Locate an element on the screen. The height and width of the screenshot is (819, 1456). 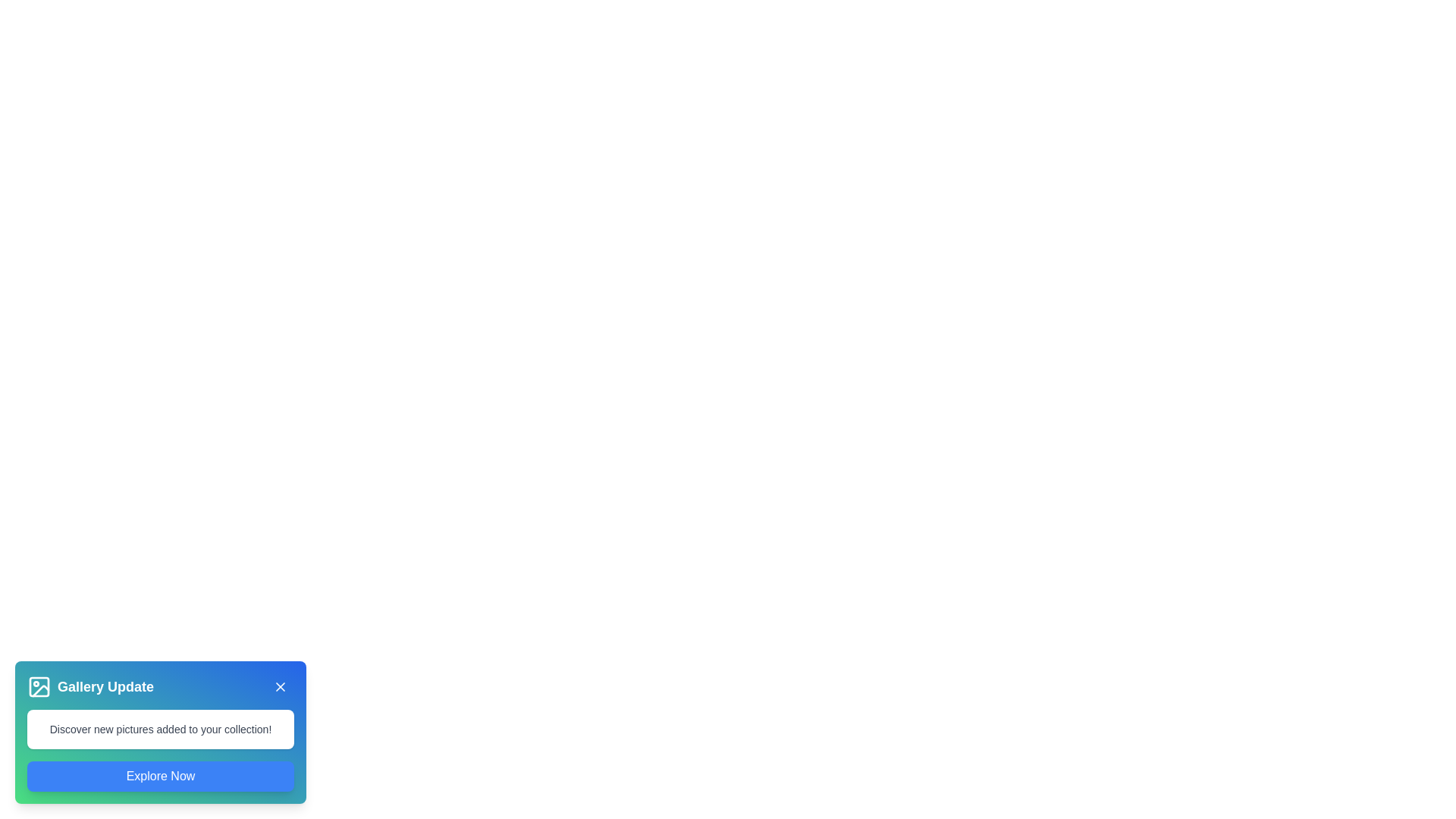
the snackbar component for keyboard navigation is located at coordinates (160, 731).